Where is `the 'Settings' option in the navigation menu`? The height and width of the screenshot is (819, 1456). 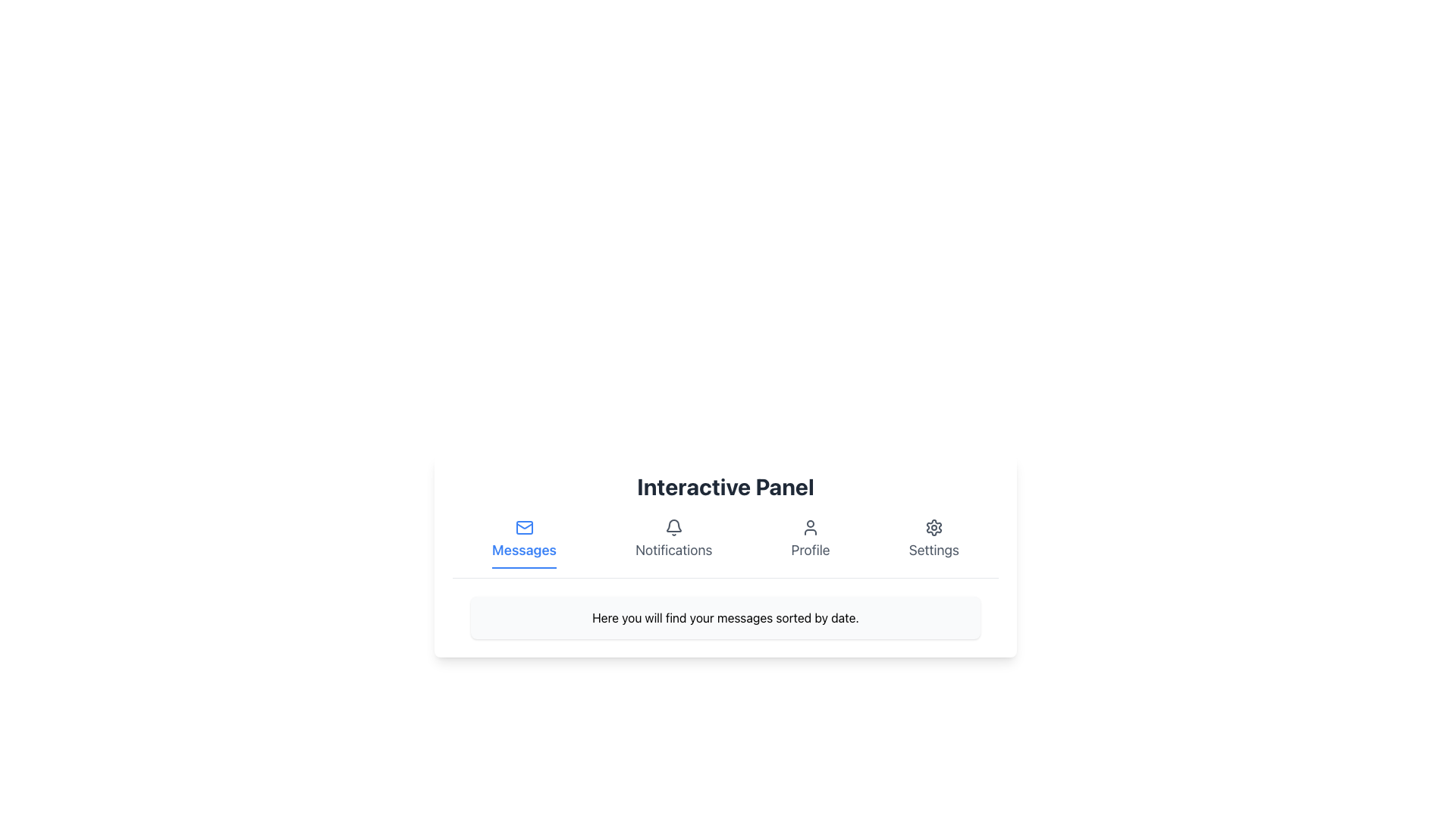
the 'Settings' option in the navigation menu is located at coordinates (933, 543).